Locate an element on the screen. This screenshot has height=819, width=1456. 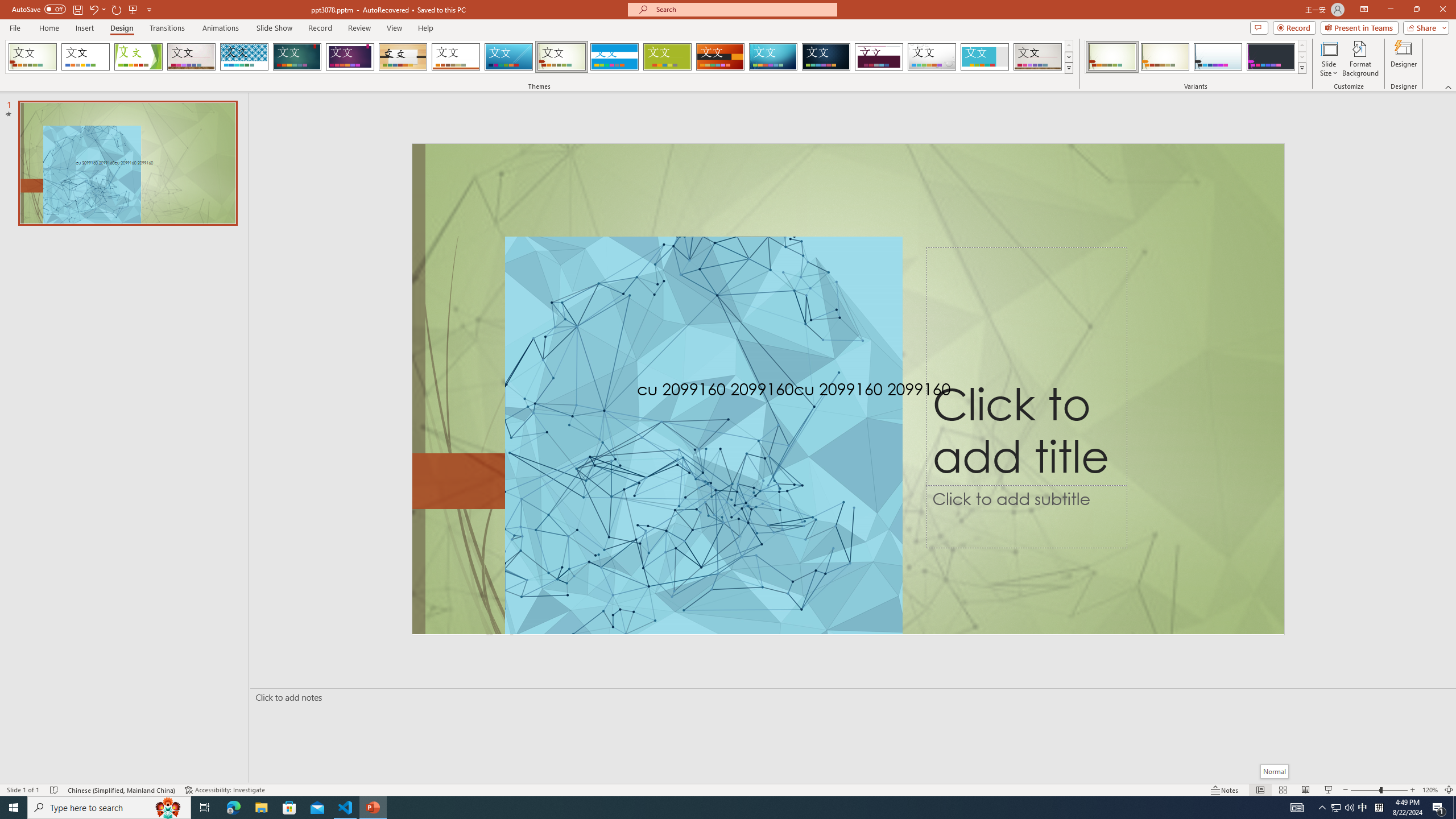
'Banded Loading Preview...' is located at coordinates (614, 56).